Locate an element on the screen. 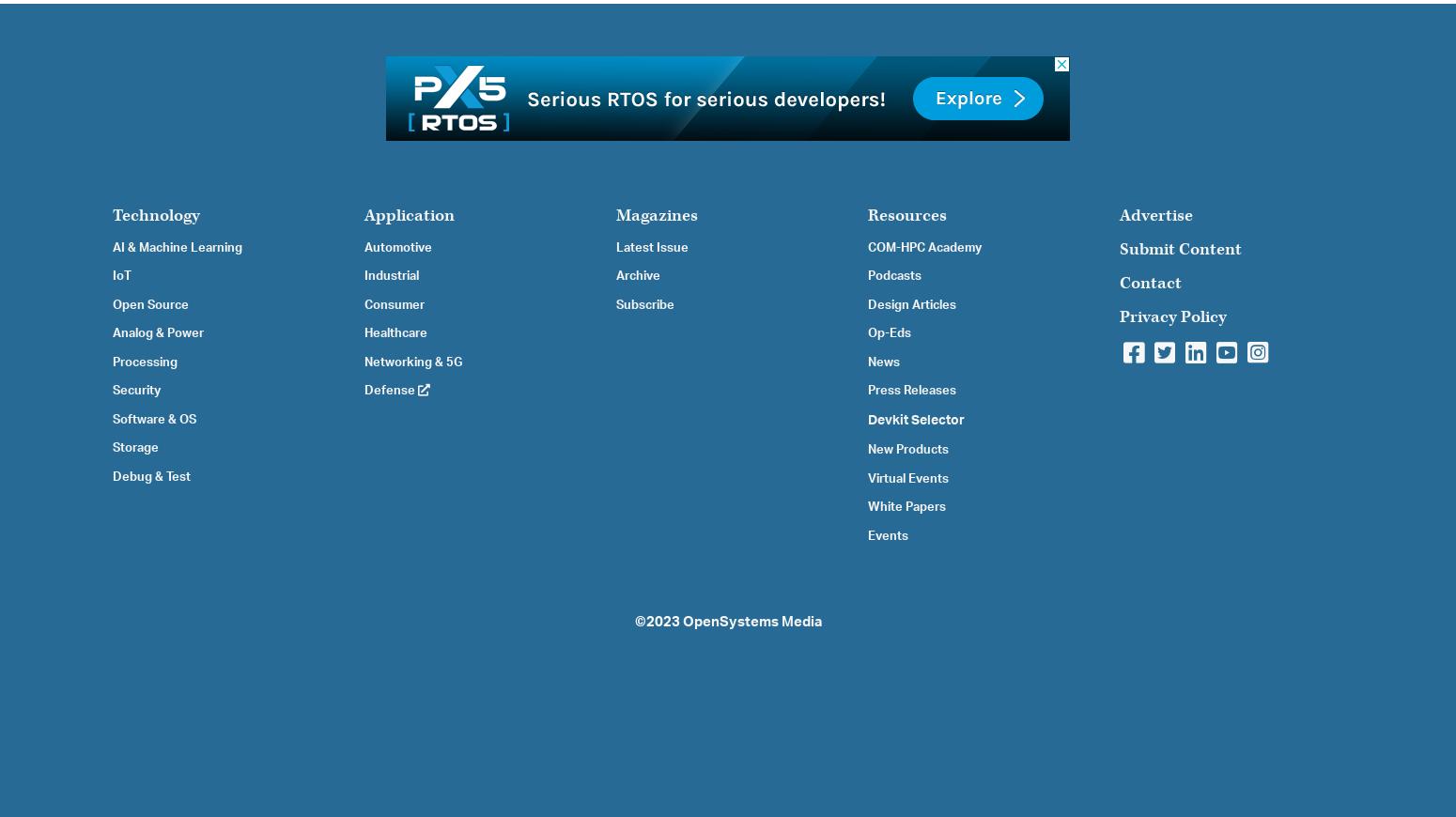 Image resolution: width=1456 pixels, height=817 pixels. 'Resources' is located at coordinates (867, 214).